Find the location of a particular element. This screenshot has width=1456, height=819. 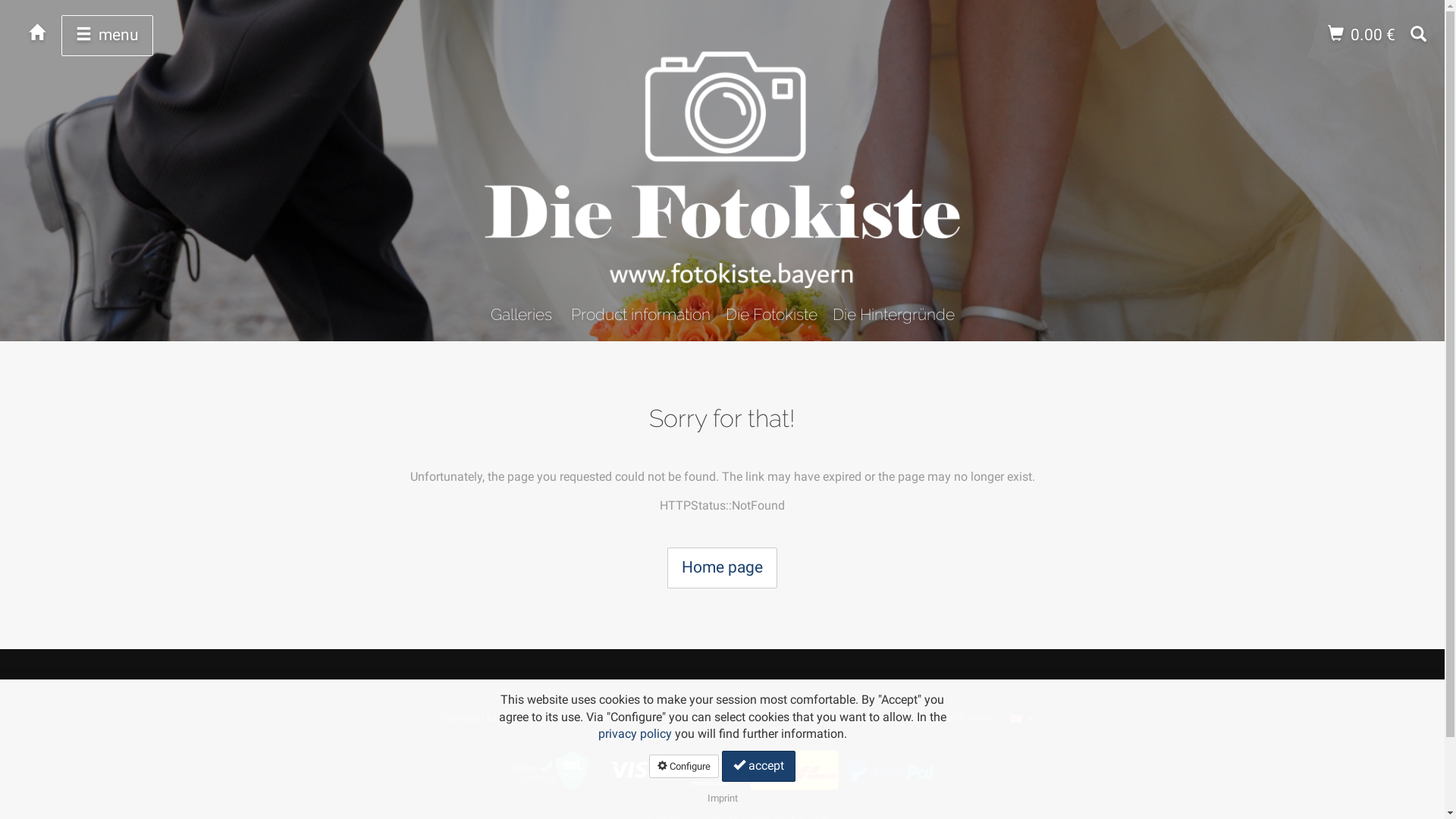

'menu' is located at coordinates (106, 34).